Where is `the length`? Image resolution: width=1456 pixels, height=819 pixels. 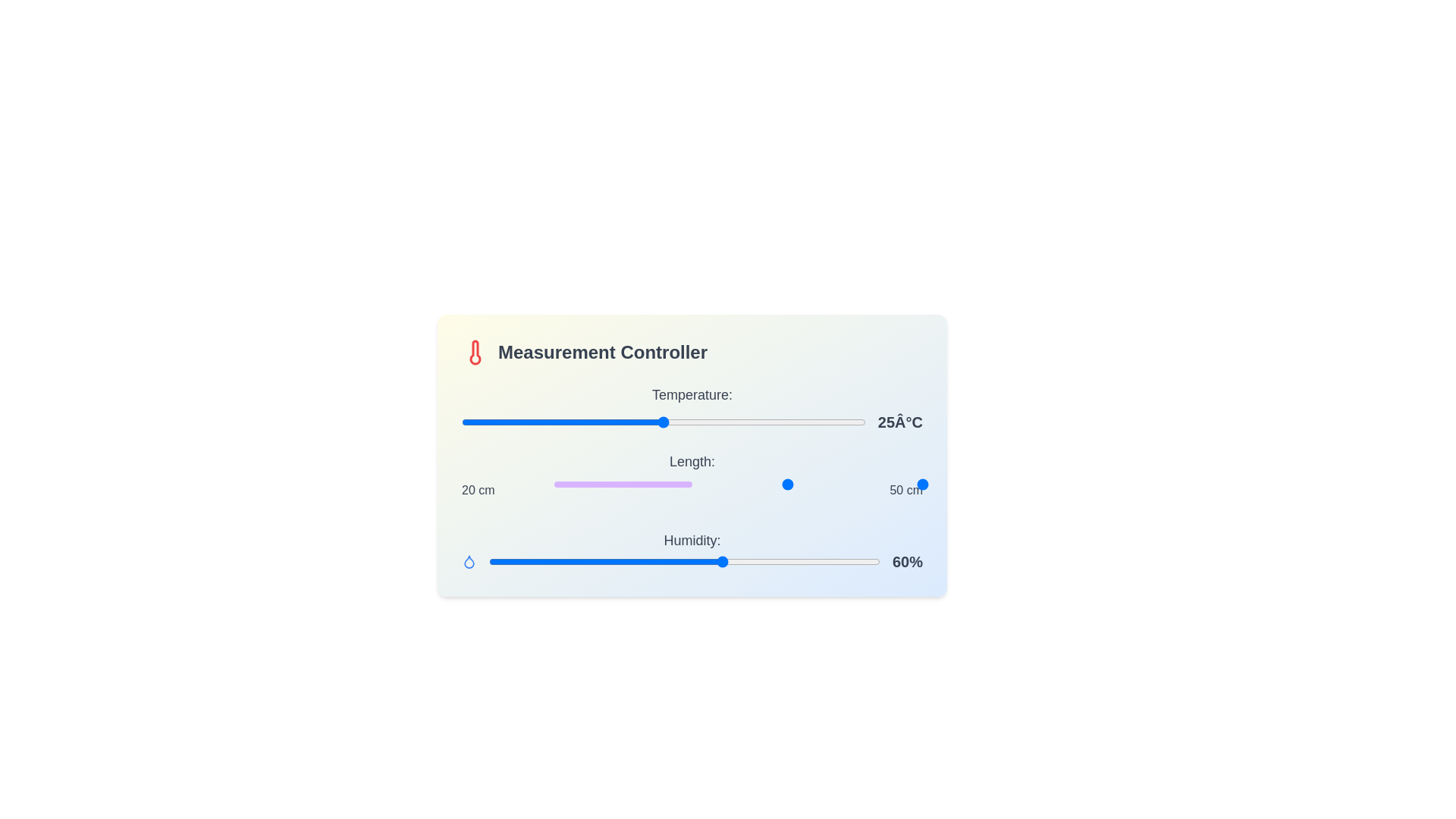
the length is located at coordinates (699, 485).